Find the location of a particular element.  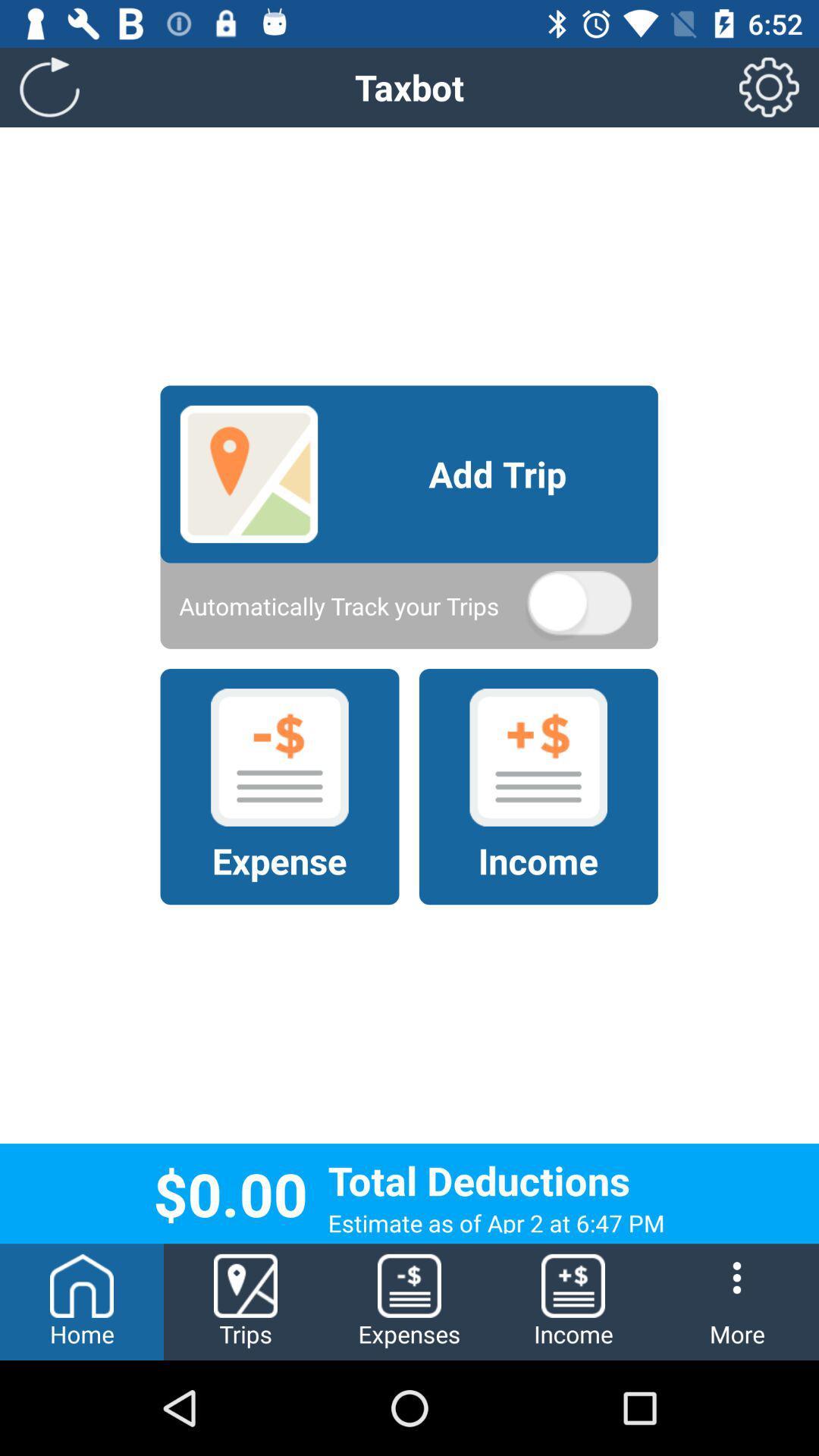

the icon next to the taxbot is located at coordinates (769, 86).